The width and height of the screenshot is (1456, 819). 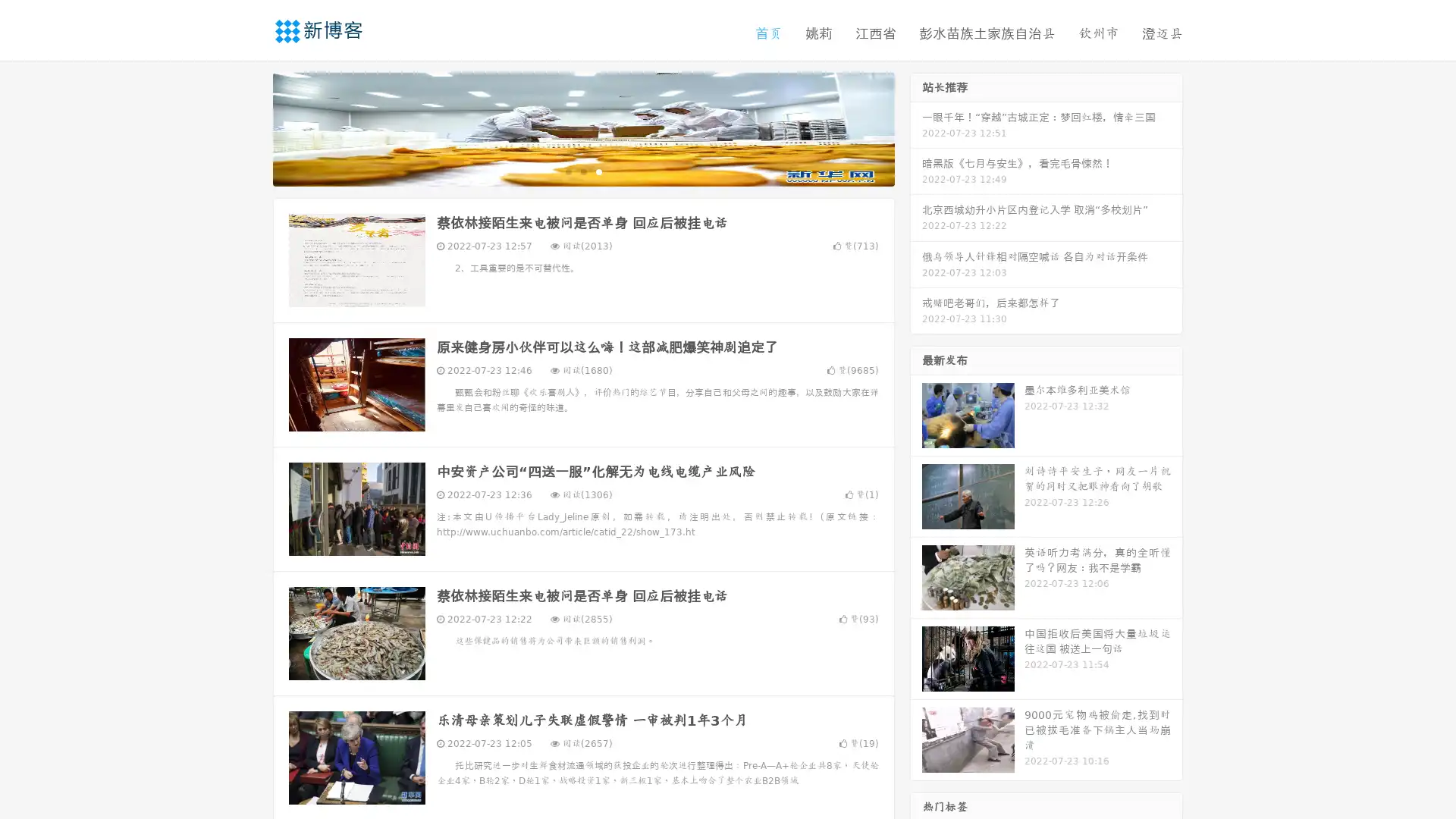 I want to click on Next slide, so click(x=916, y=127).